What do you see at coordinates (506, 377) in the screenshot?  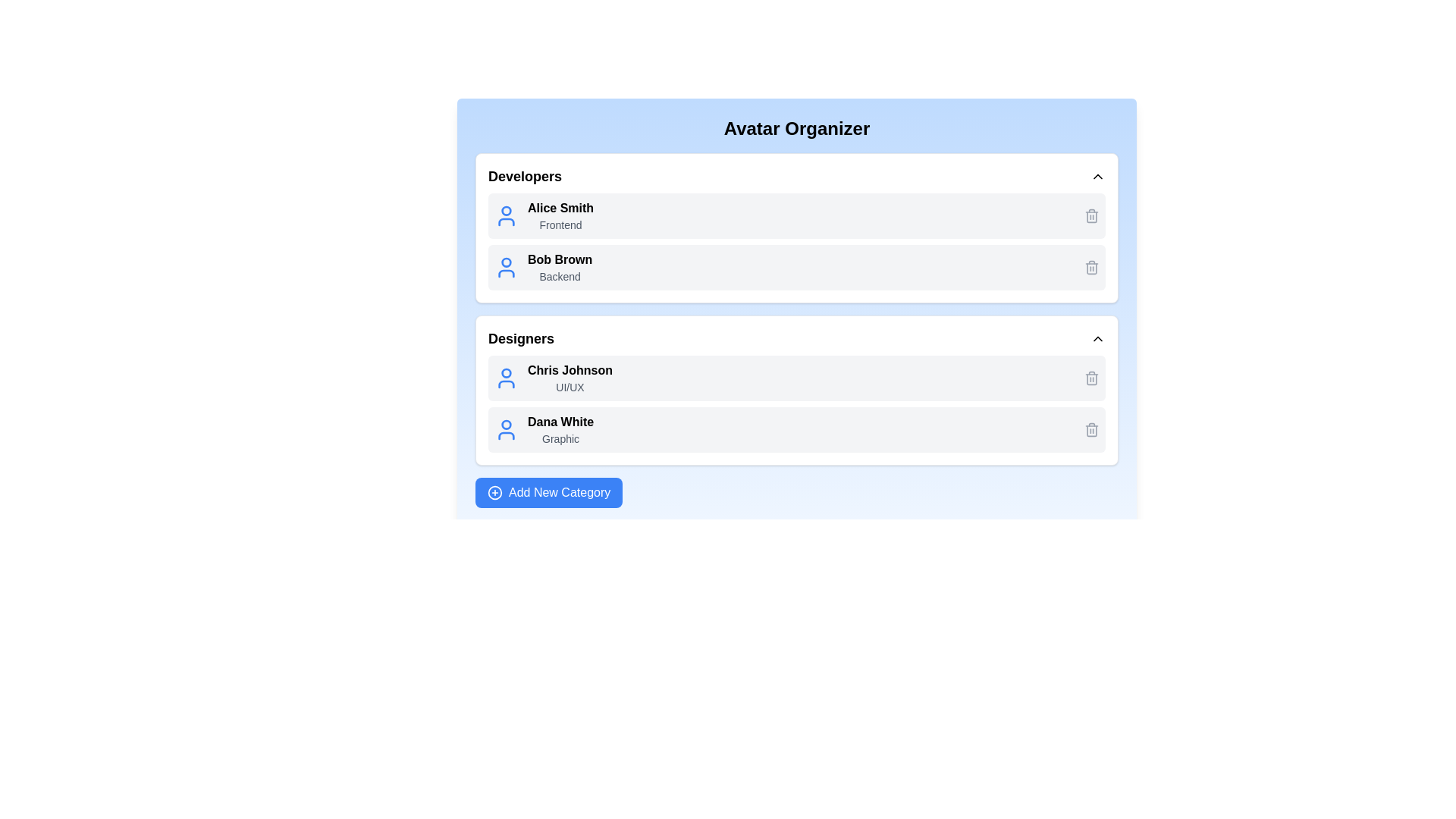 I see `the user profile icon representing 'Chris Johnson' located in the 'Designers' category section at the top row, which is the first element preceding the textual information` at bounding box center [506, 377].